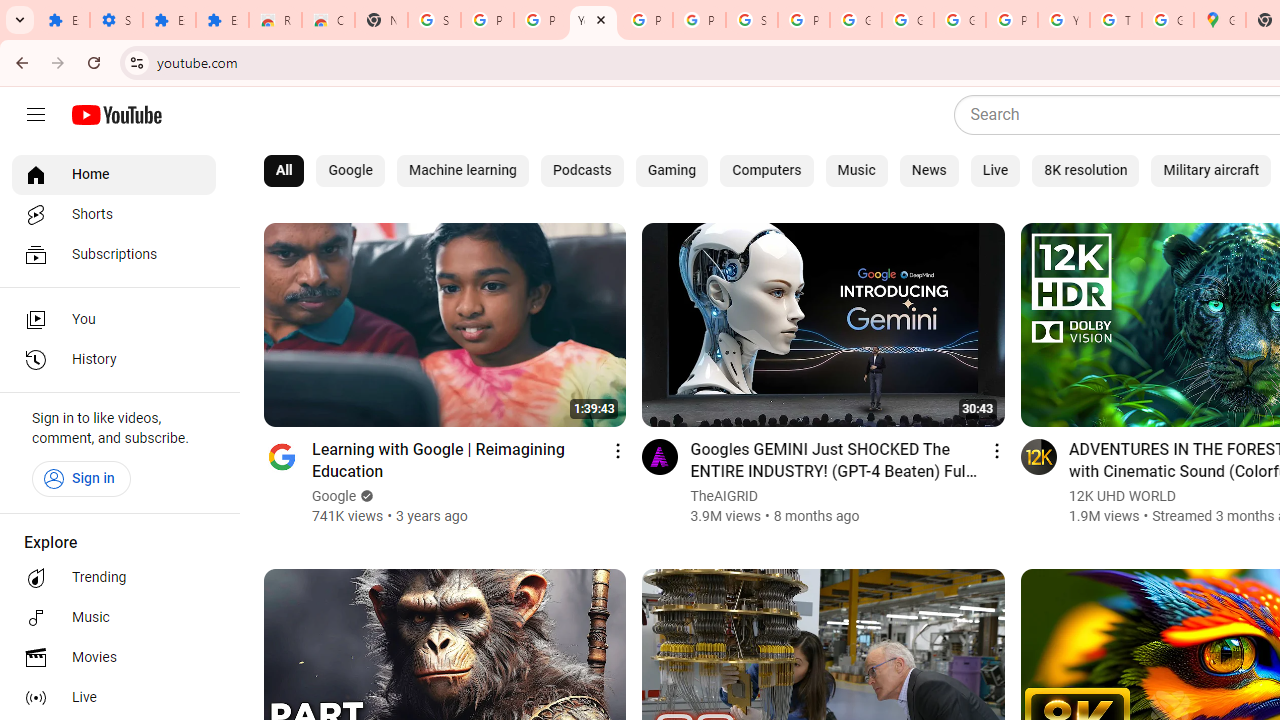 The image size is (1280, 720). I want to click on 'TheAIGRID', so click(724, 495).